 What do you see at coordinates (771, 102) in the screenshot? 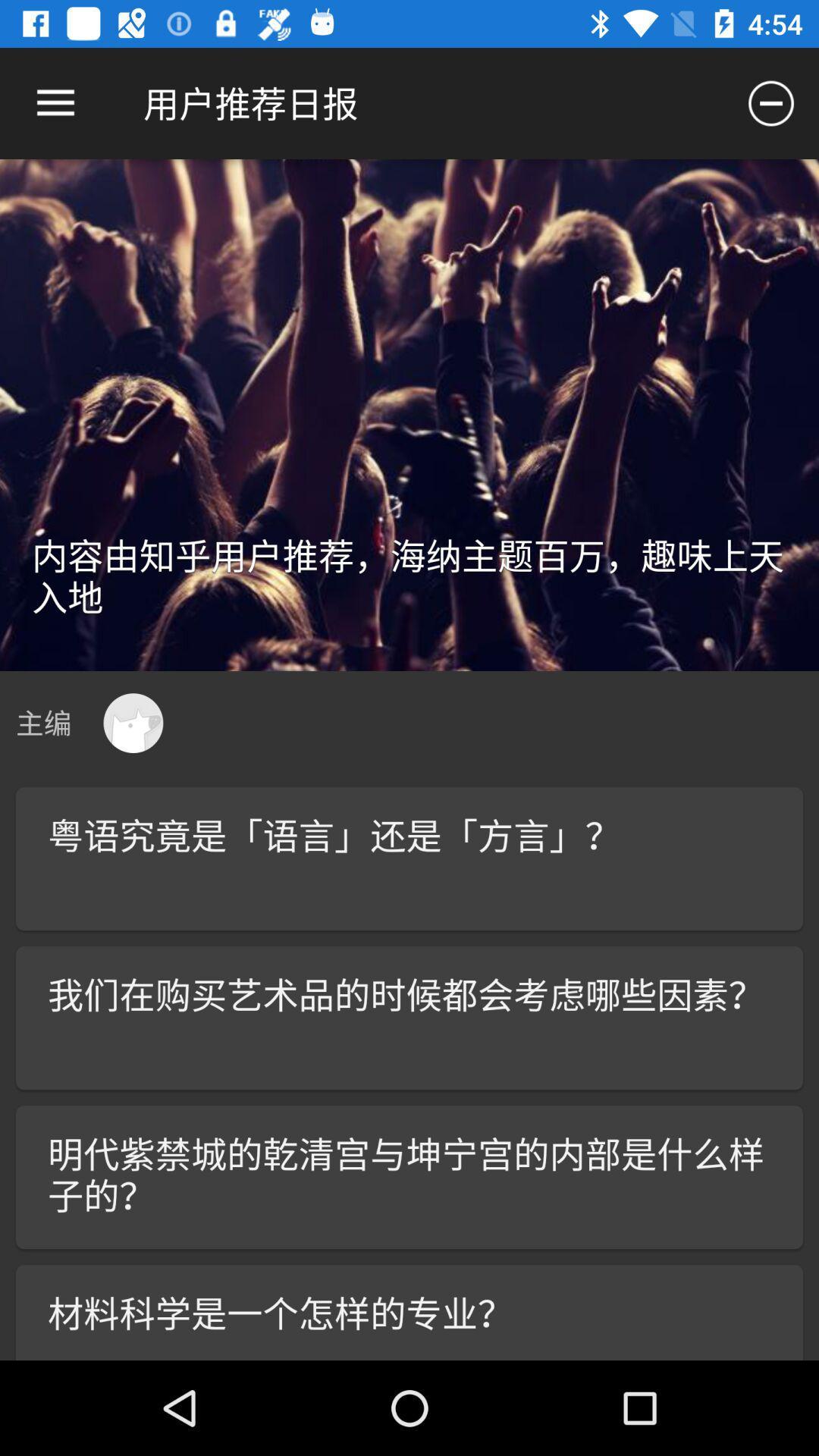
I see `icon at the top right corner` at bounding box center [771, 102].